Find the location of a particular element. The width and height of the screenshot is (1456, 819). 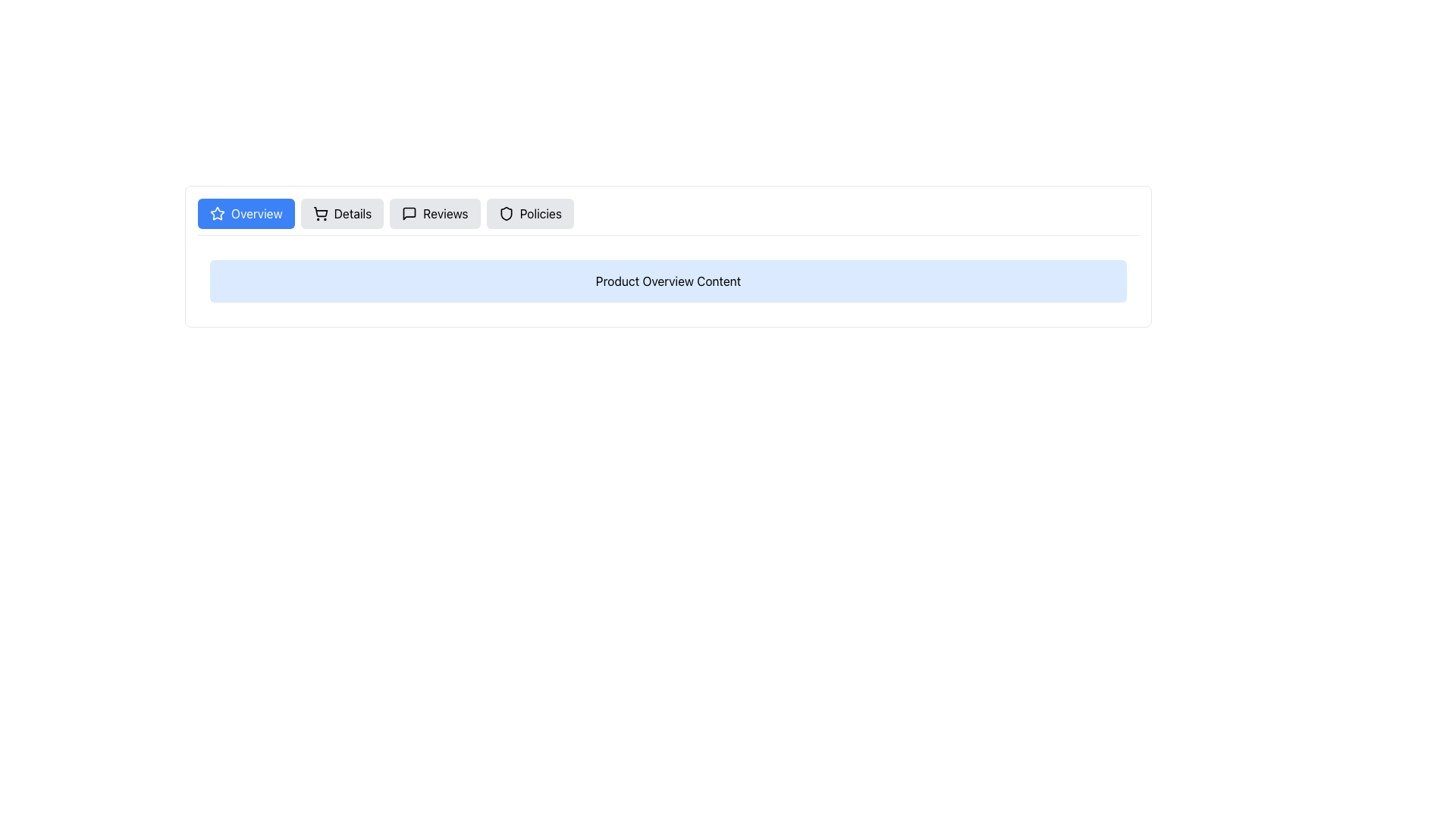

the shield-shaped icon within the 'Policies' segment of the navigation bar is located at coordinates (506, 213).